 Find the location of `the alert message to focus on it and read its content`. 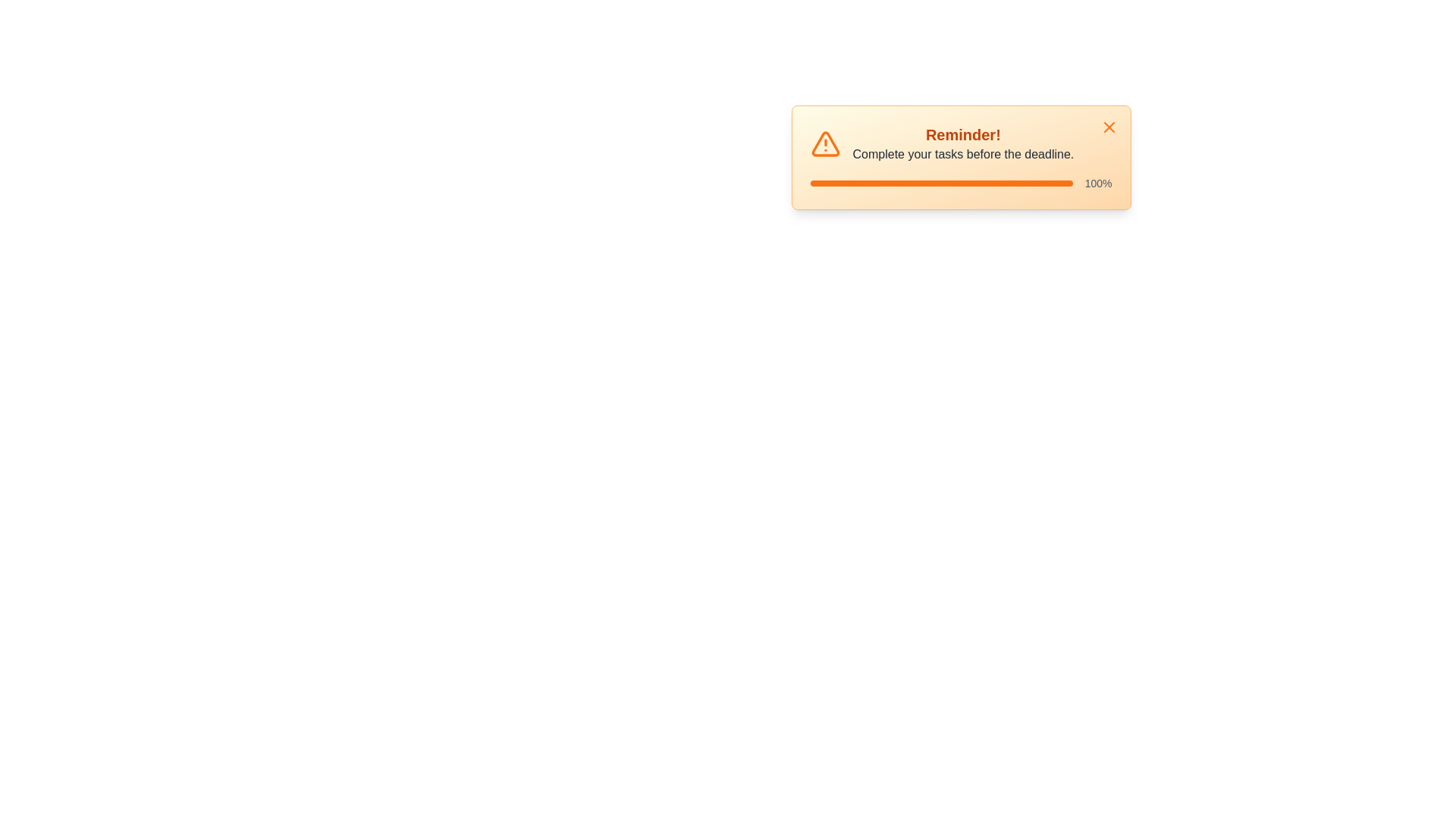

the alert message to focus on it and read its content is located at coordinates (960, 158).